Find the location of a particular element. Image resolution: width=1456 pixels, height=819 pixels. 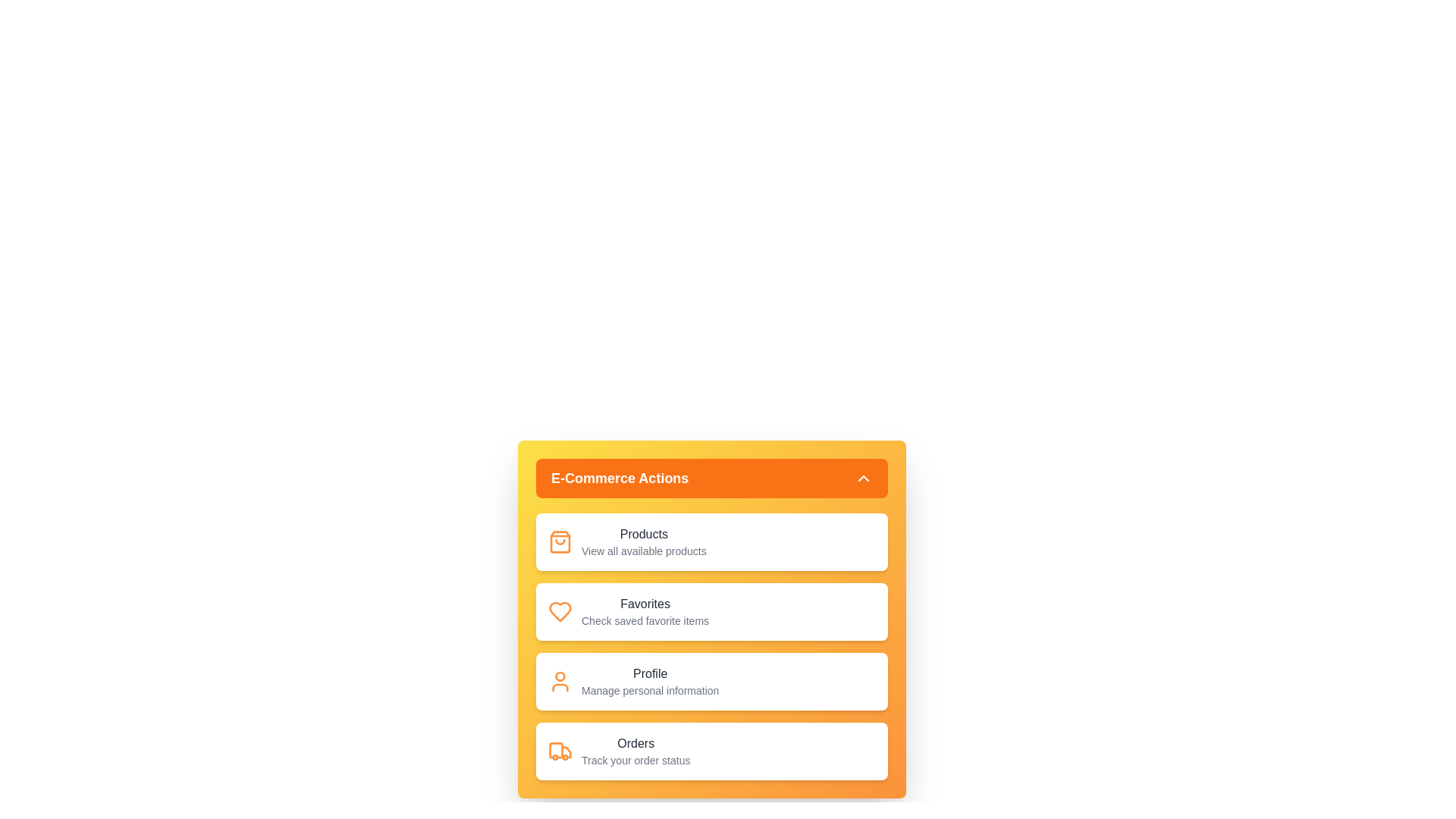

the menu item corresponding to Orders is located at coordinates (711, 752).